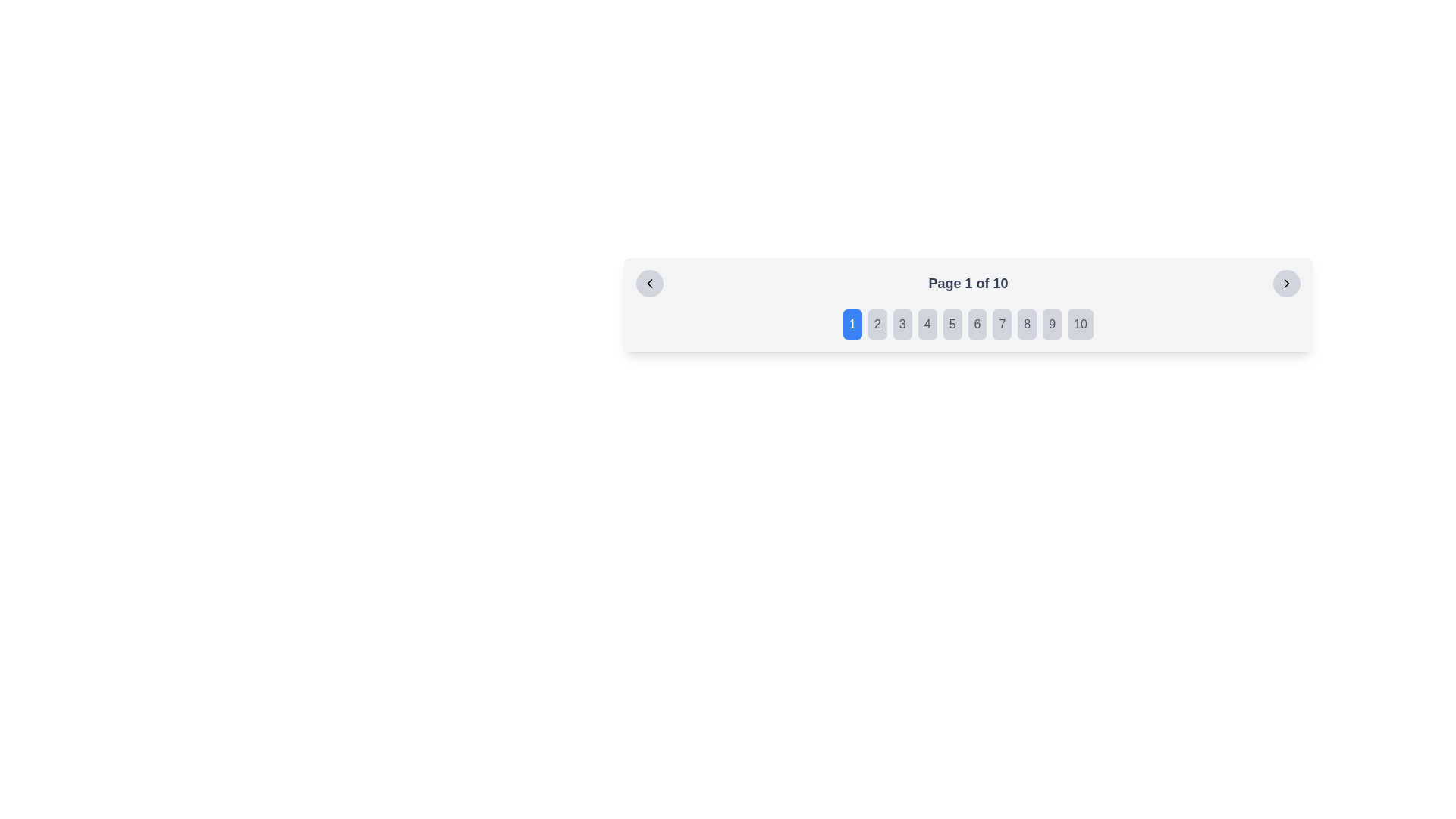 The height and width of the screenshot is (819, 1456). Describe the element at coordinates (977, 324) in the screenshot. I see `the pagination button that allows navigation to page 6, which is centrally aligned in the navigation bar` at that location.